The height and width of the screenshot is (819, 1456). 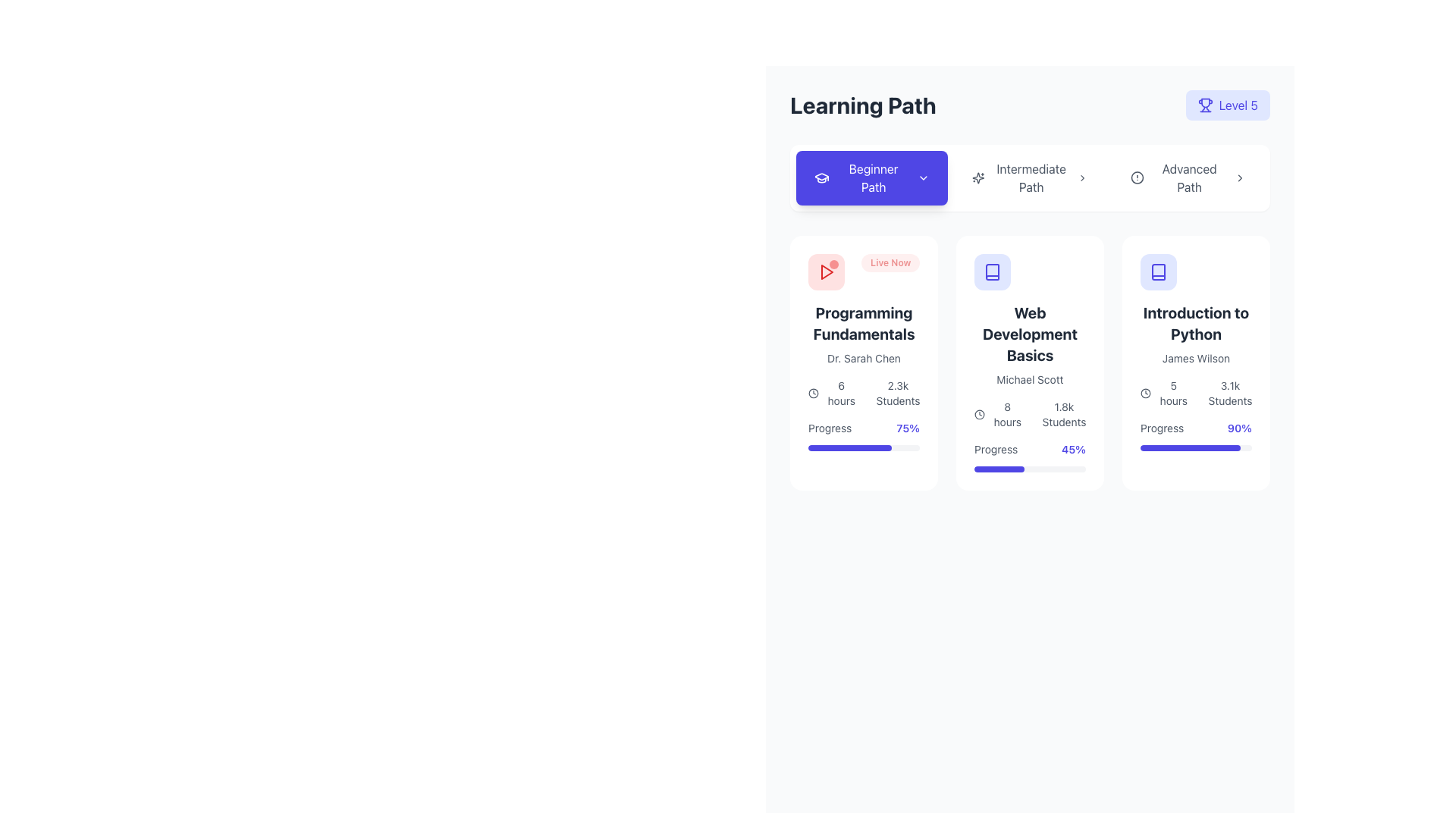 I want to click on the text label displaying 'Level 5' in blue color, which is styled in bold font and located adjacent to a trophy icon, positioned near the top-right corner of the layout, so click(x=1238, y=104).